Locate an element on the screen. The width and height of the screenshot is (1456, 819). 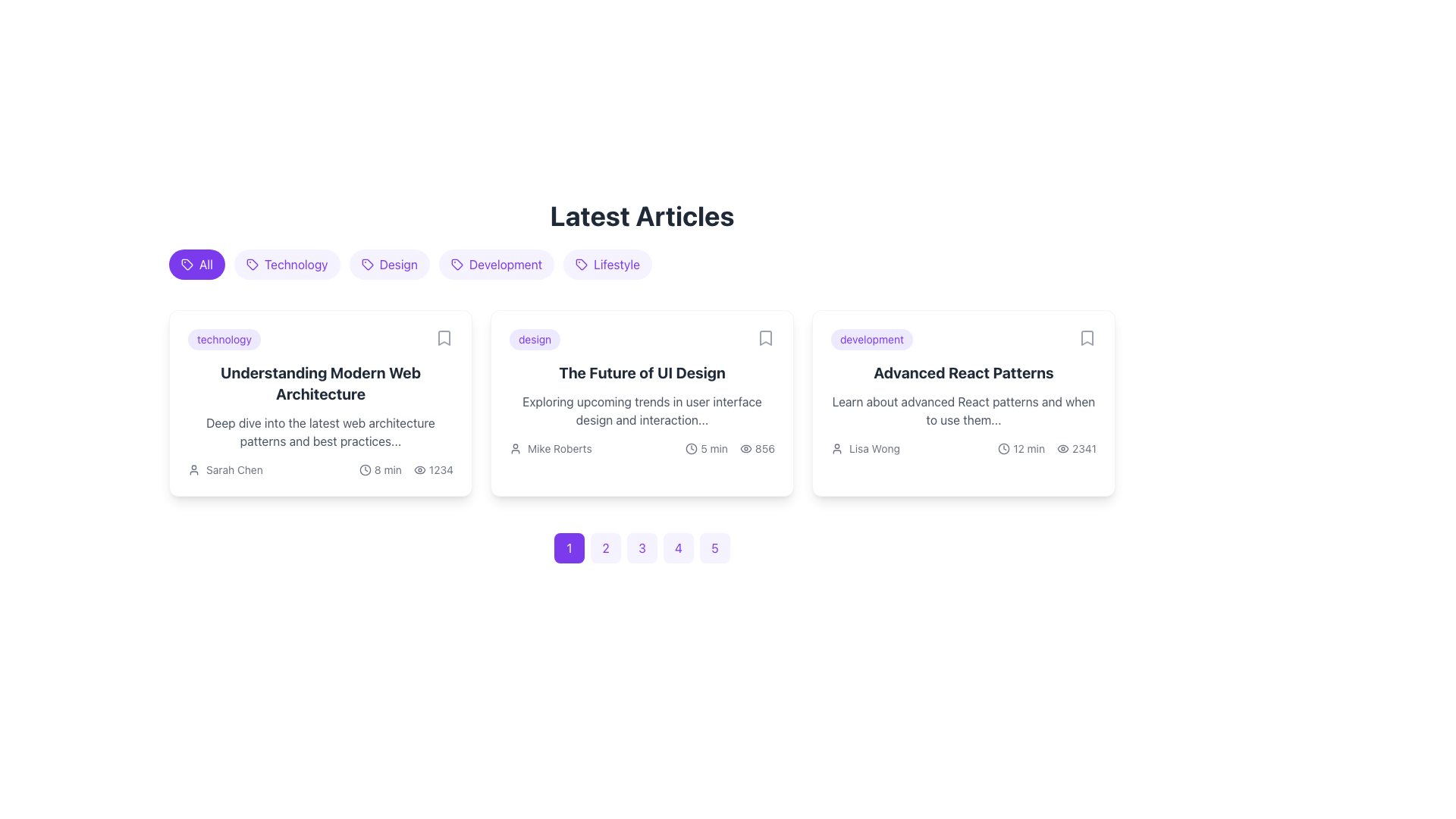
the title text of the article located in the middle of the card, which is positioned below the category tag 'development' and above the brief description is located at coordinates (963, 373).